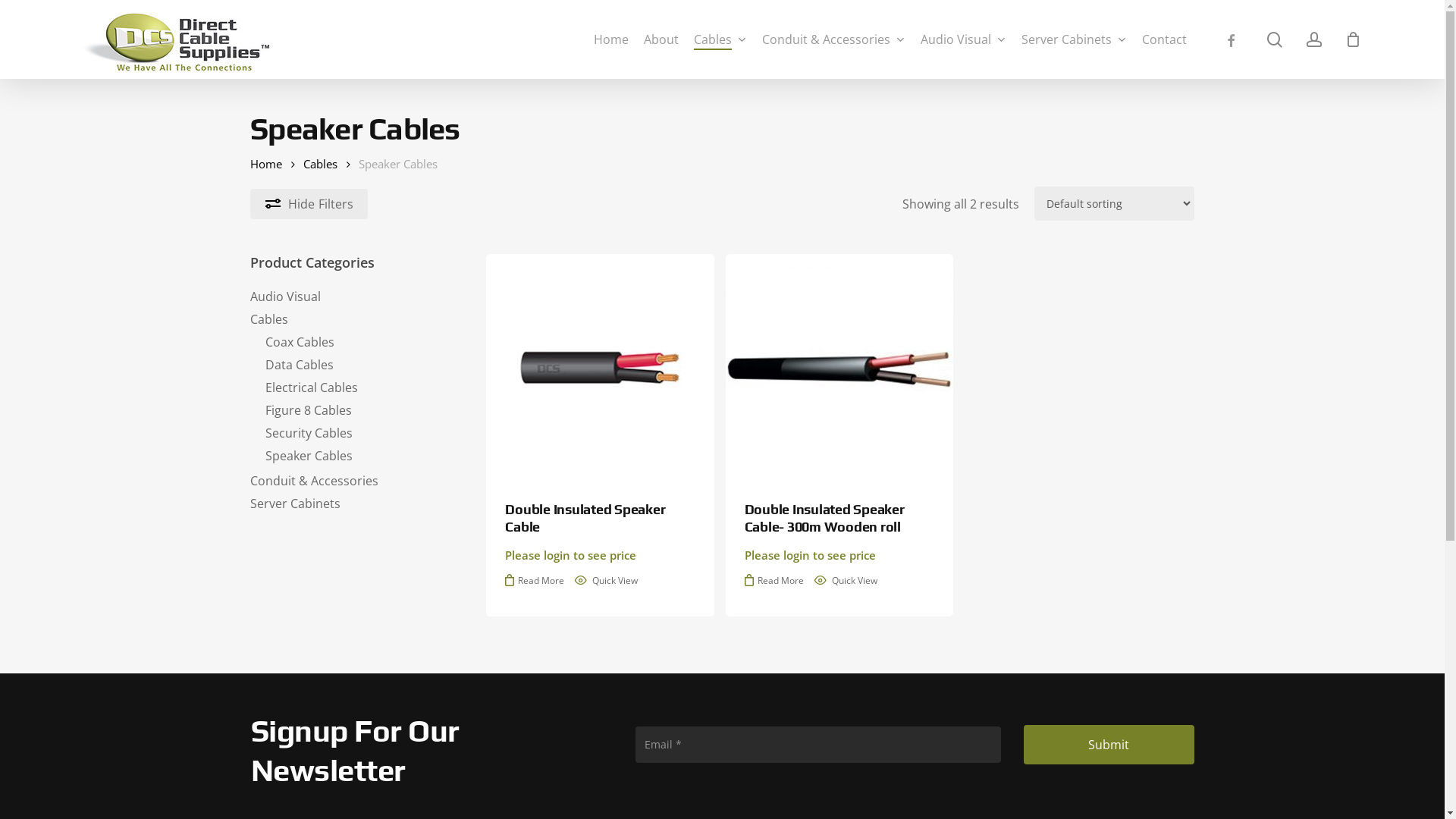 The width and height of the screenshot is (1456, 819). Describe the element at coordinates (920, 38) in the screenshot. I see `'Audio Visual'` at that location.